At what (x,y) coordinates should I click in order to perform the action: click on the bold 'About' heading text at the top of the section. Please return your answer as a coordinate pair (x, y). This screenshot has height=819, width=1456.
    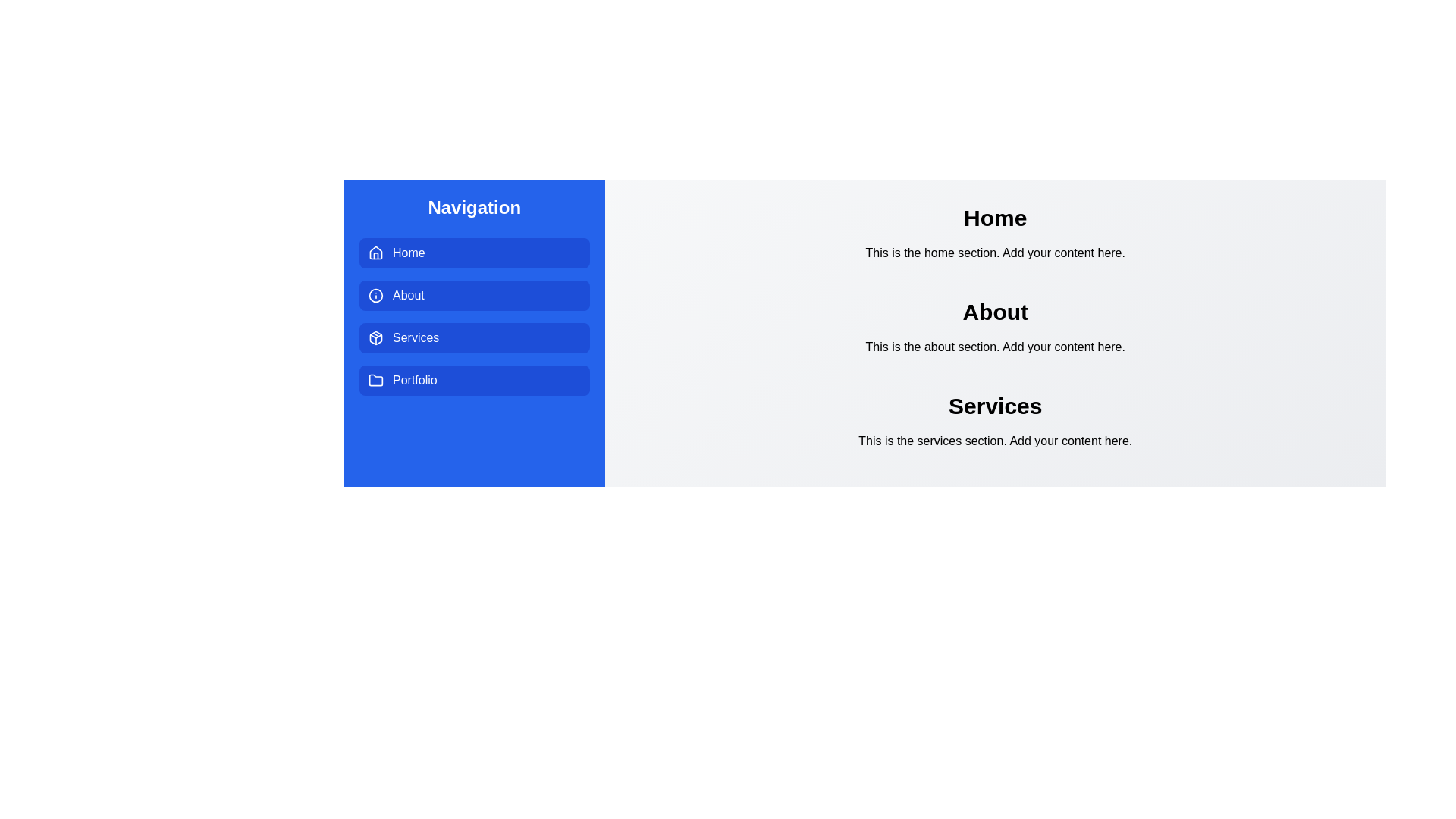
    Looking at the image, I should click on (995, 312).